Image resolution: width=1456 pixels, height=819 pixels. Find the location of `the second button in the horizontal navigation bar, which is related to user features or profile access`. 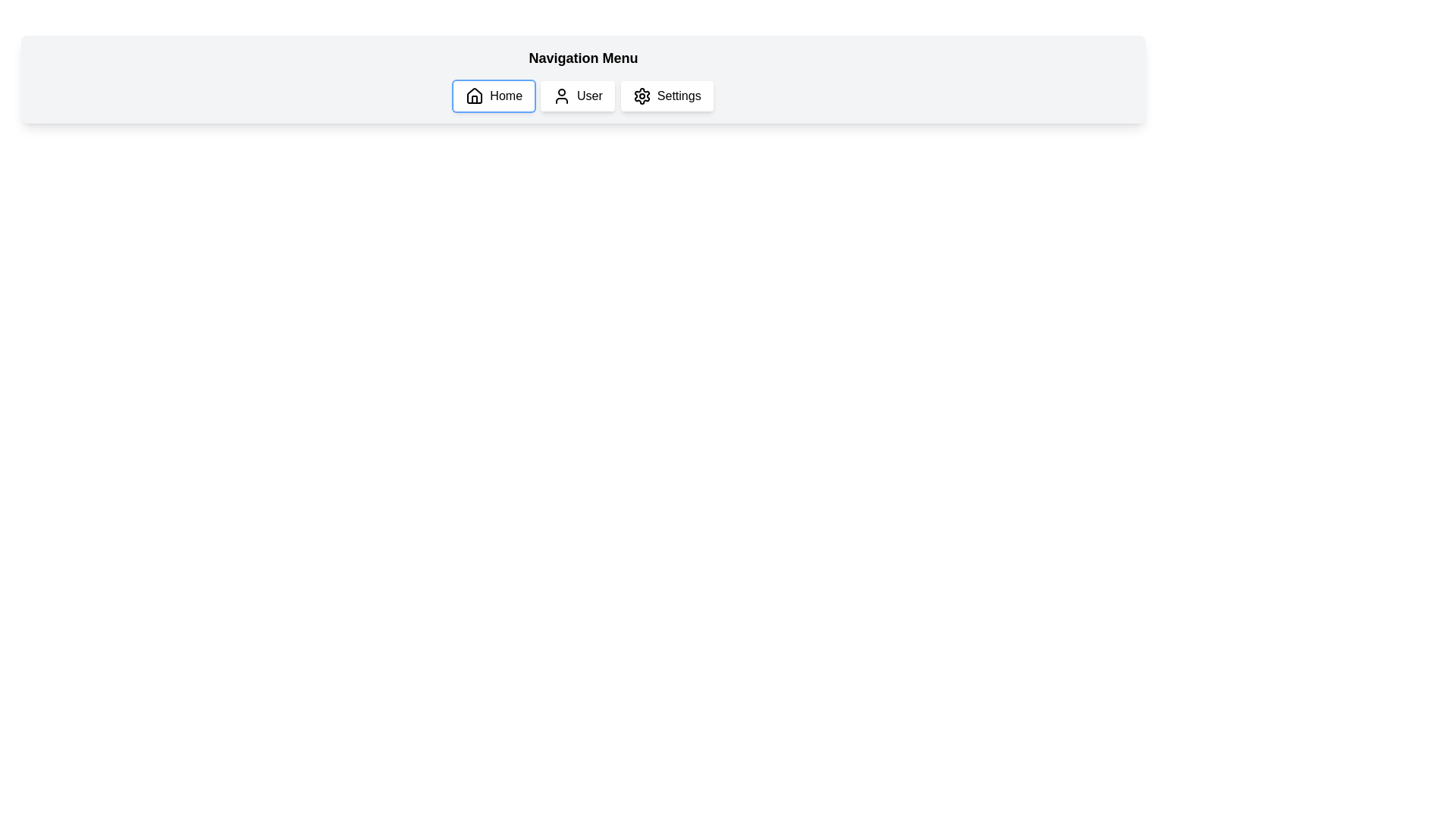

the second button in the horizontal navigation bar, which is related to user features or profile access is located at coordinates (576, 96).